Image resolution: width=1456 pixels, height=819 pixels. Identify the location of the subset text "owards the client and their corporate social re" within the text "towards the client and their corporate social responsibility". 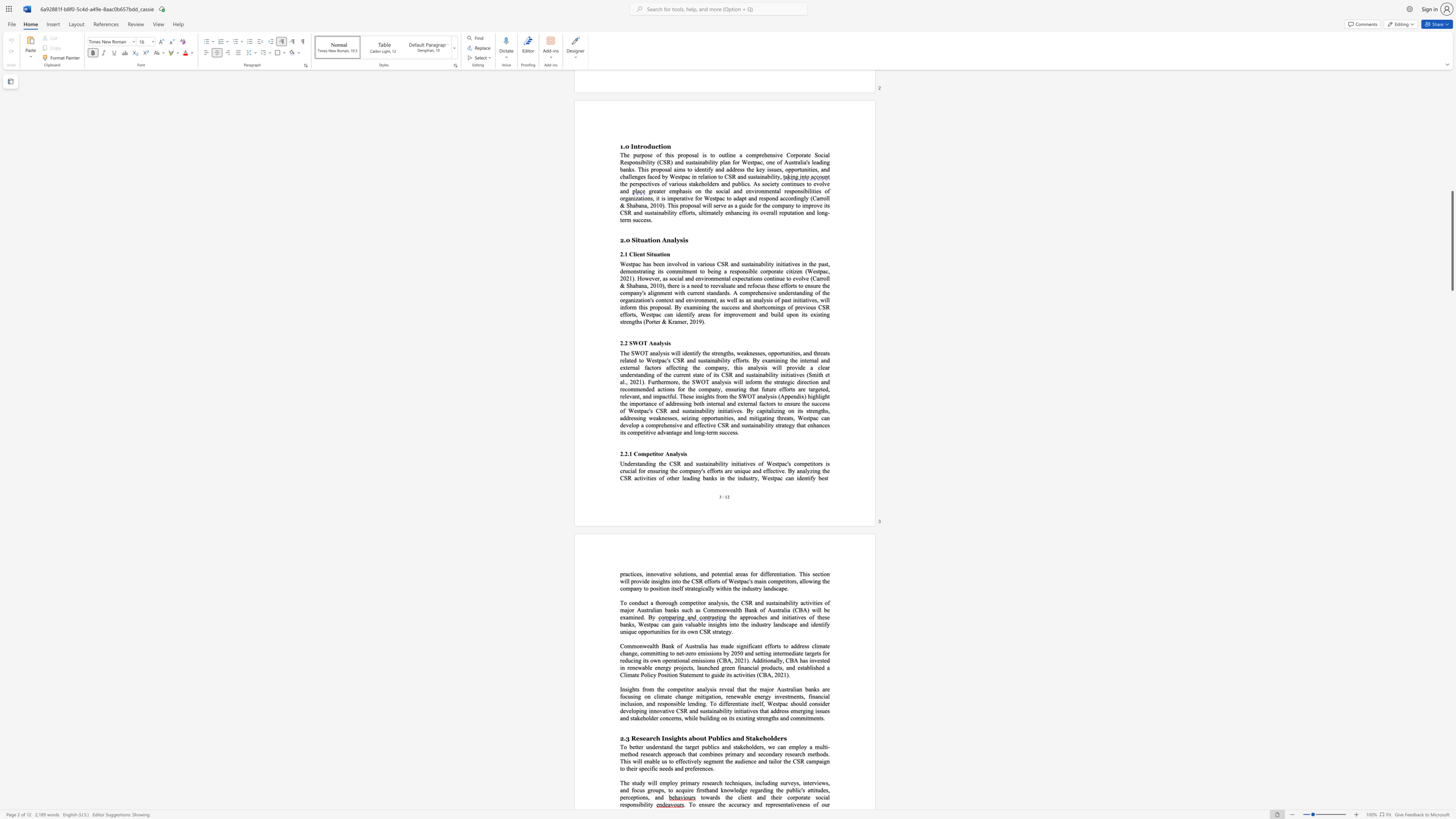
(702, 796).